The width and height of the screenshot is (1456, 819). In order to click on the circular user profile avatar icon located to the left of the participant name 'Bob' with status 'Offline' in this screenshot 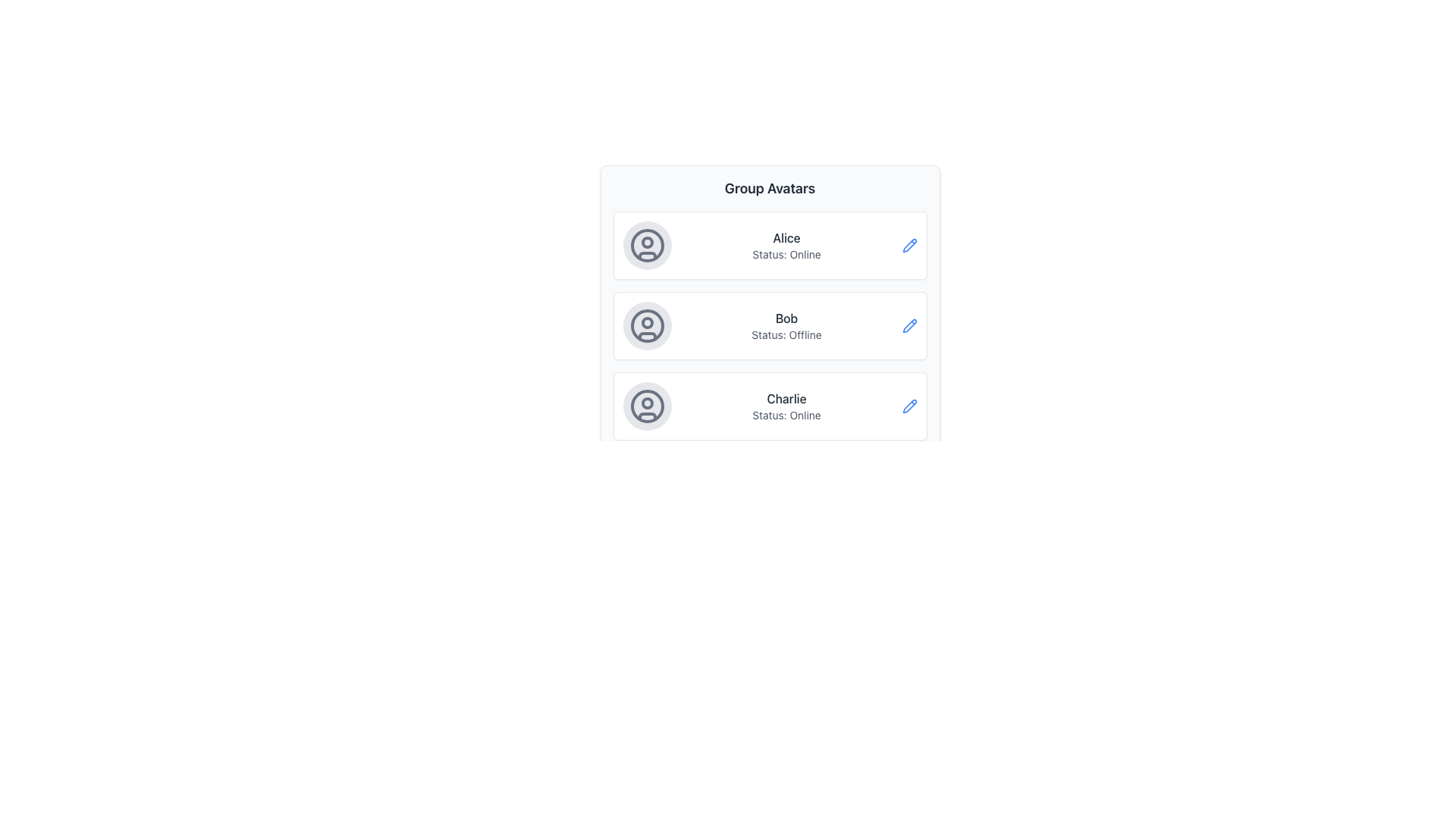, I will do `click(647, 325)`.